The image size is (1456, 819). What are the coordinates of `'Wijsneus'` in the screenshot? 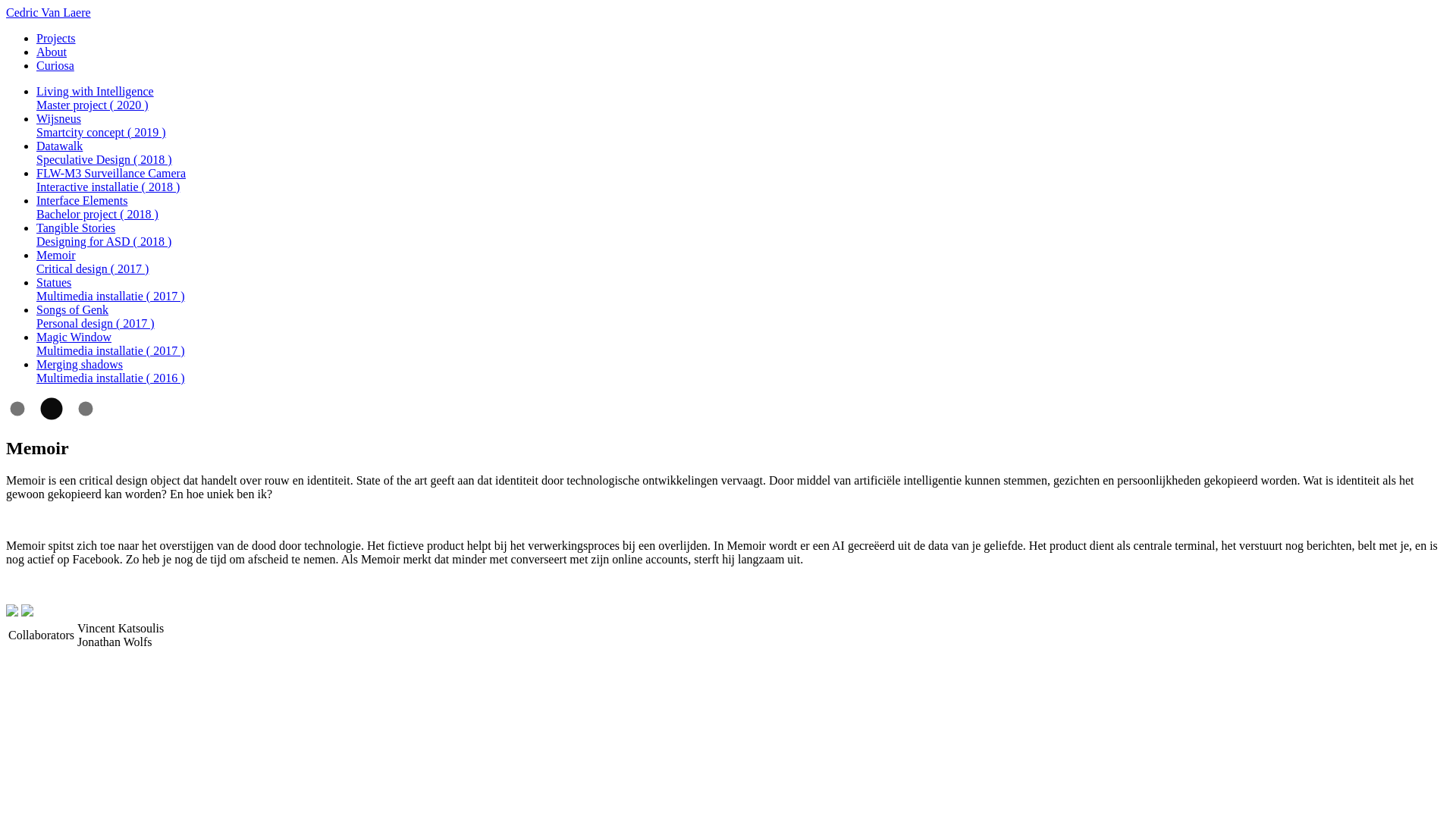 It's located at (58, 118).